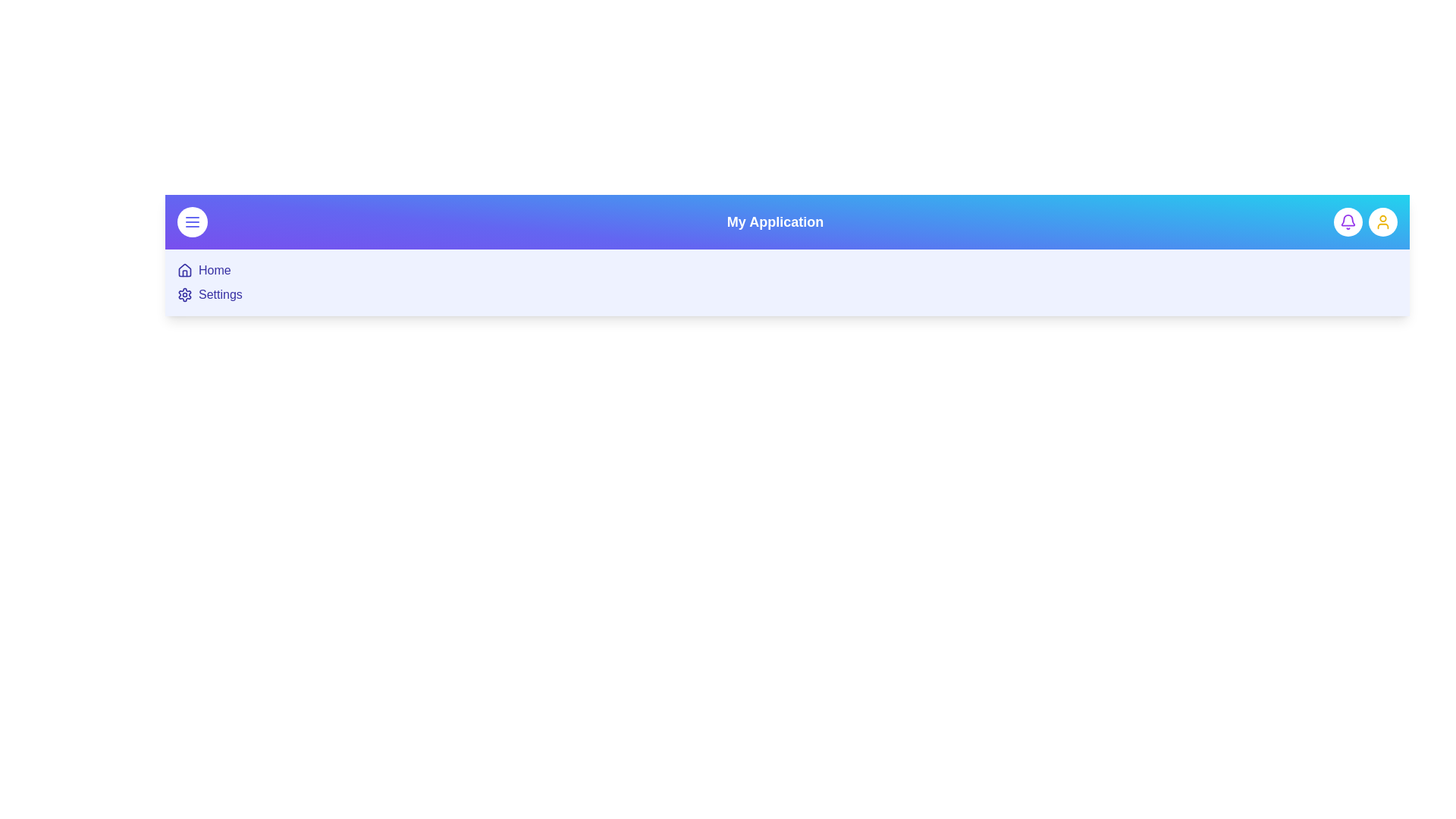  Describe the element at coordinates (184, 295) in the screenshot. I see `the 'Settings' menu item` at that location.